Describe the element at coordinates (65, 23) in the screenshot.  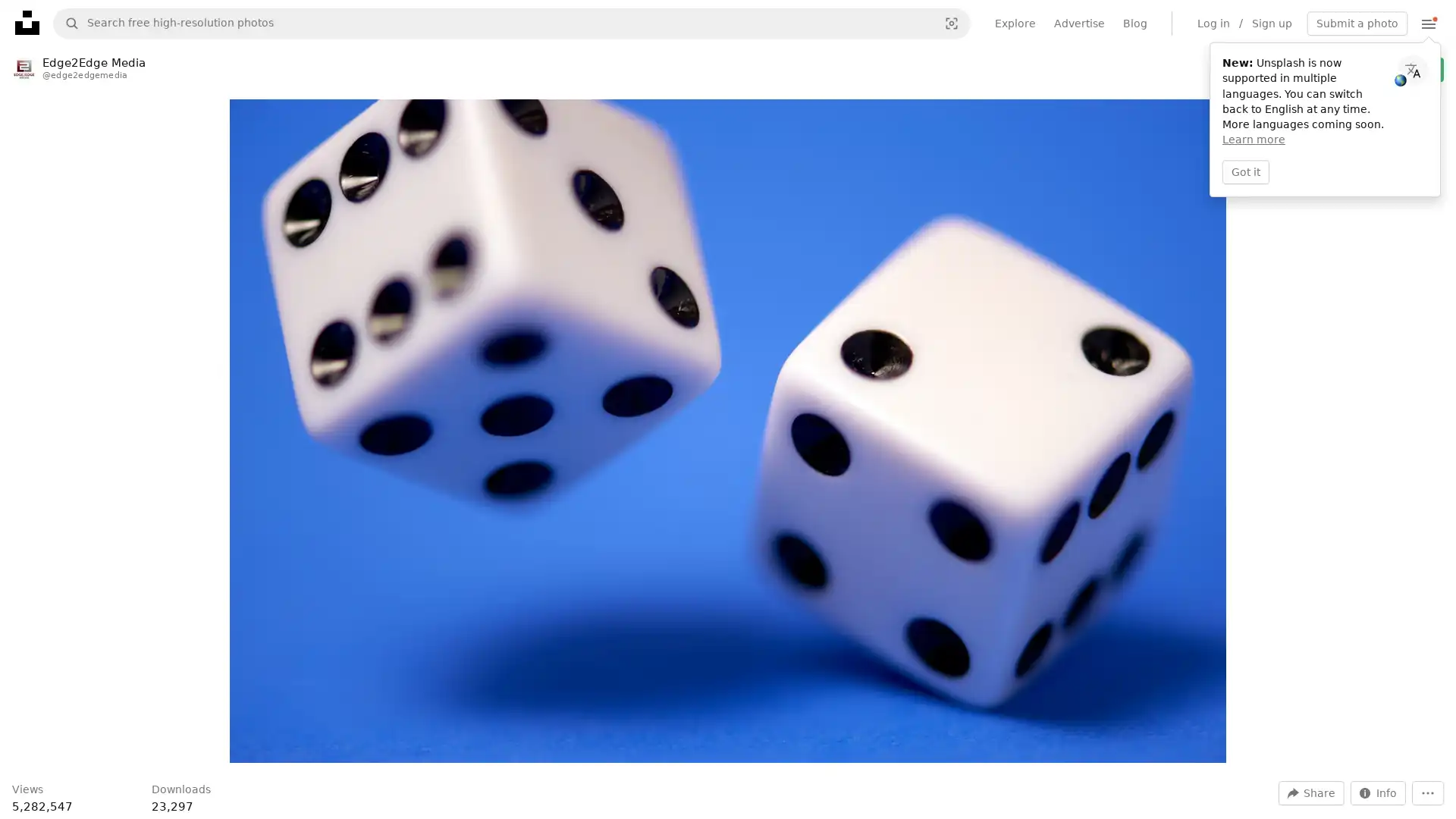
I see `Search Unsplash` at that location.